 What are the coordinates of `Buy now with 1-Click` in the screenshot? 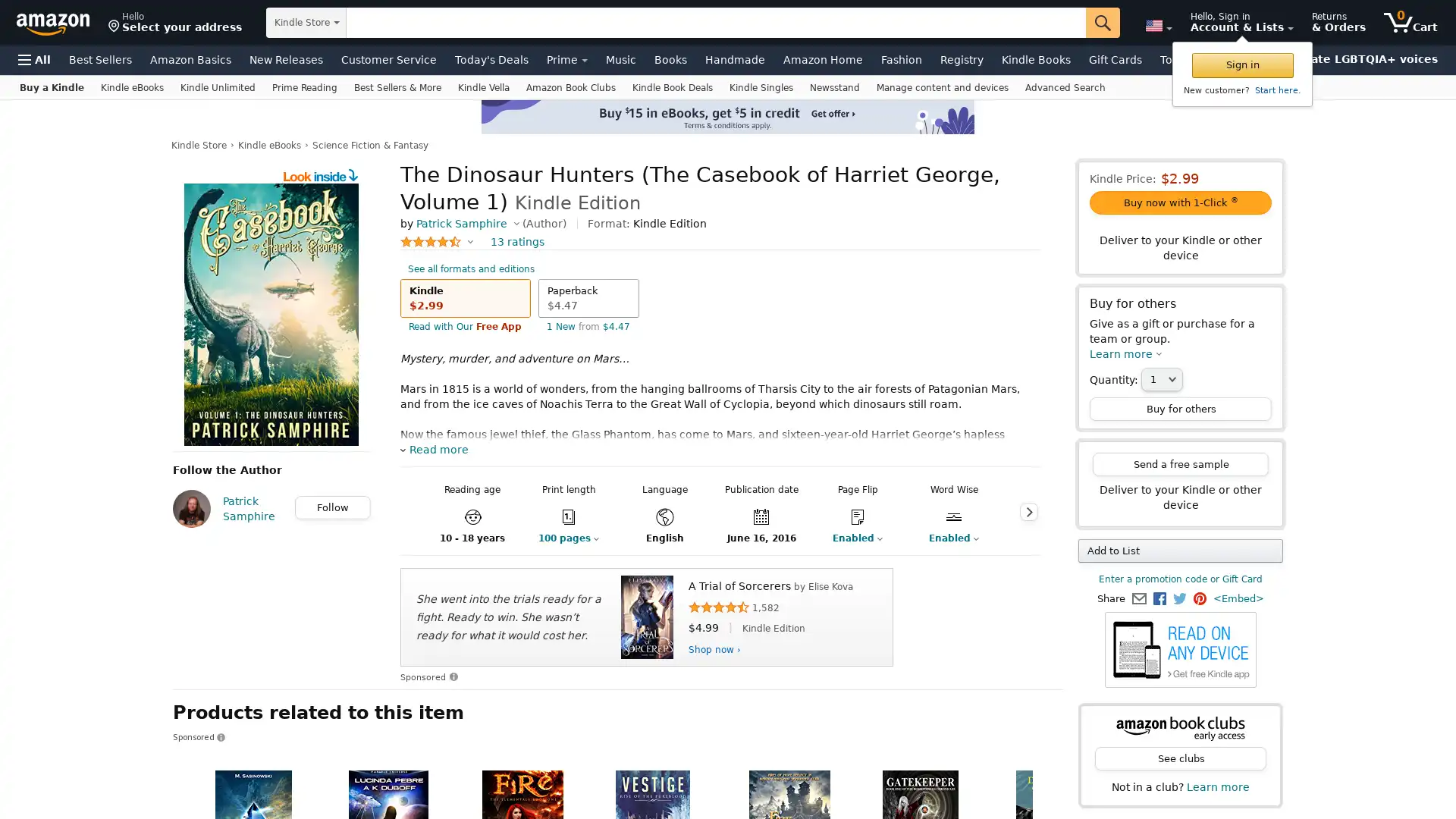 It's located at (1179, 202).